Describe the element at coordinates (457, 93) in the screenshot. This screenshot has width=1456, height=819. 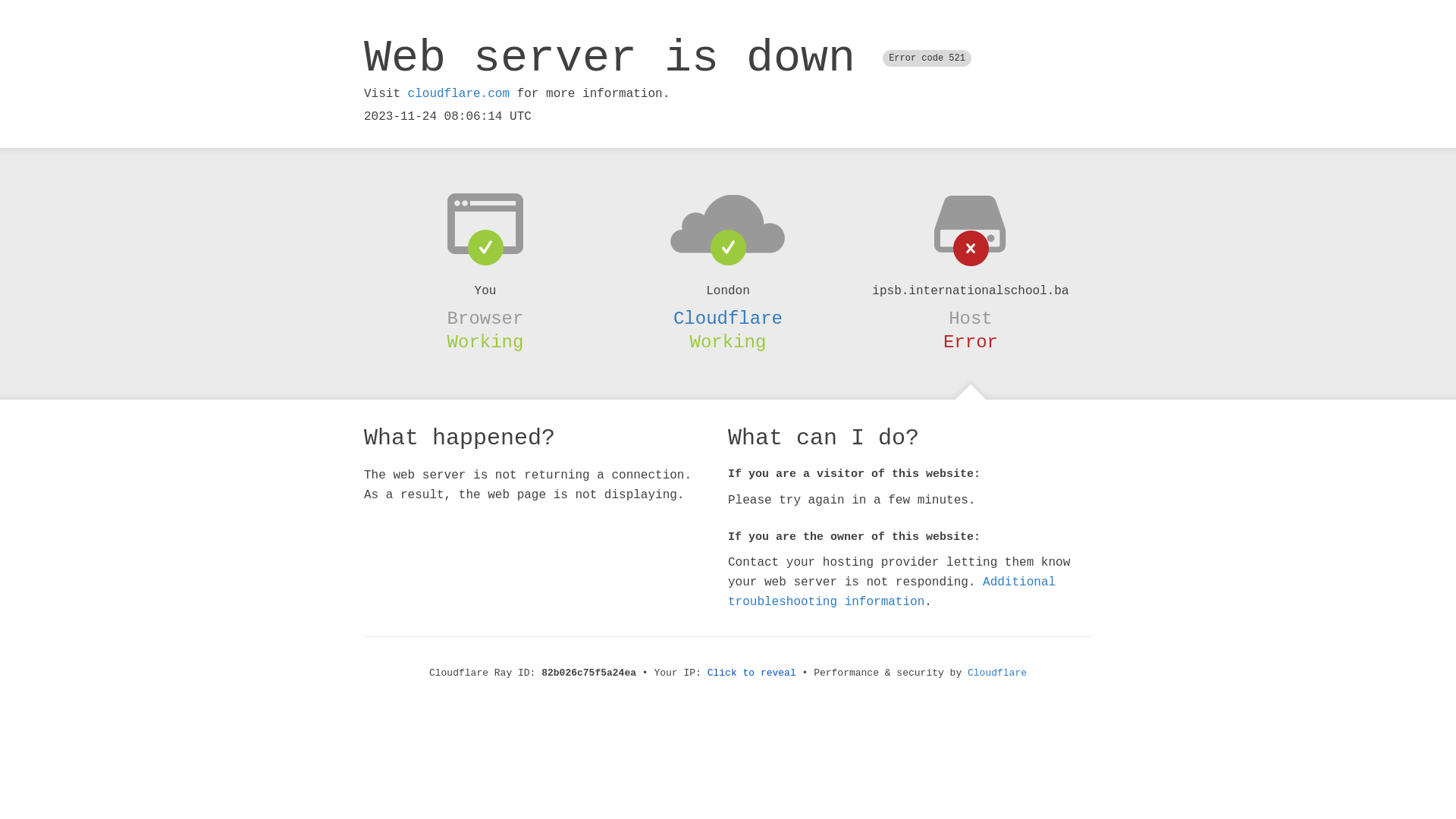
I see `'cloudflare.com'` at that location.